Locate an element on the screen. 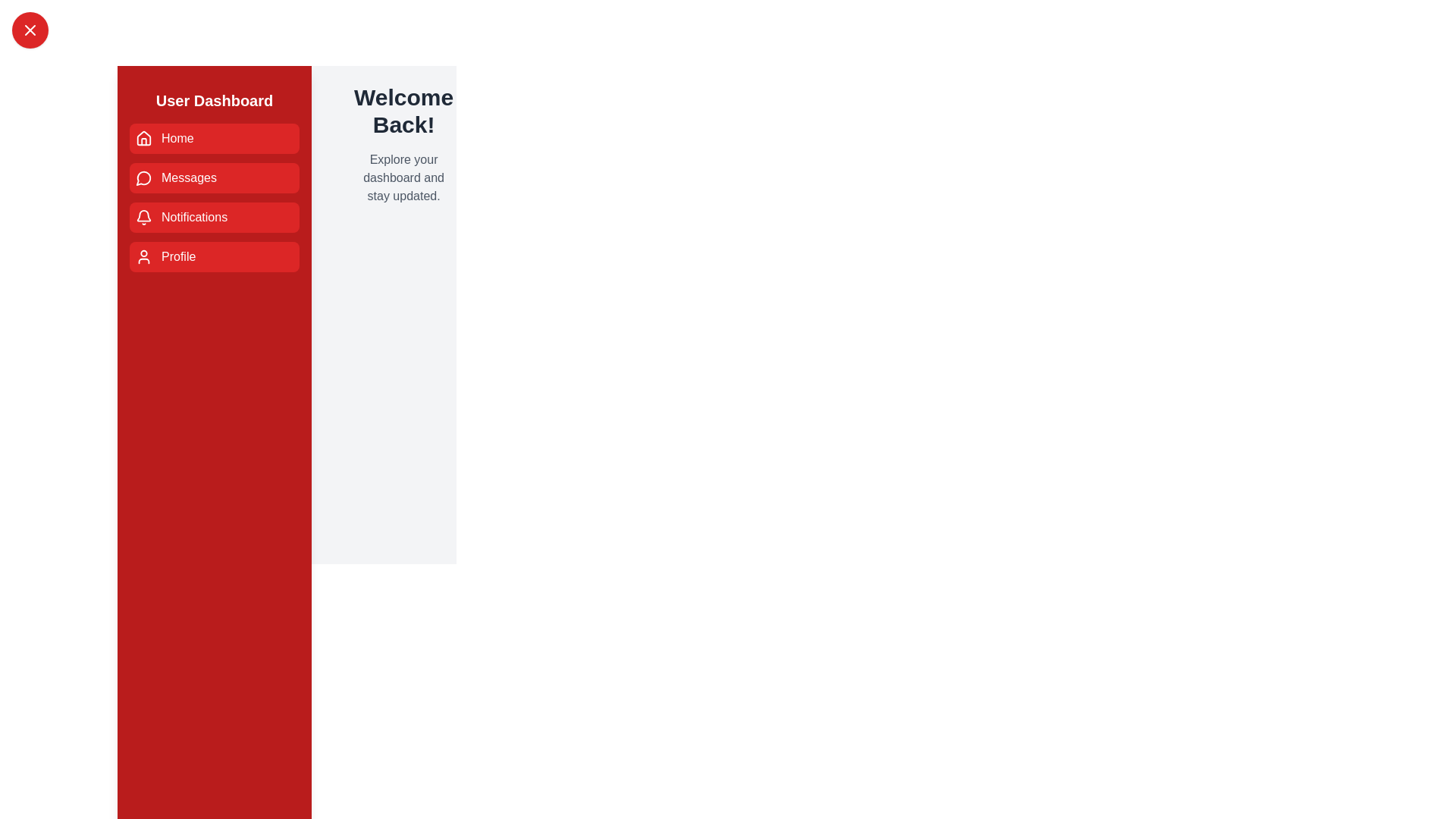 This screenshot has height=819, width=1456. the menu item Profile in the sidebar drawer is located at coordinates (214, 256).